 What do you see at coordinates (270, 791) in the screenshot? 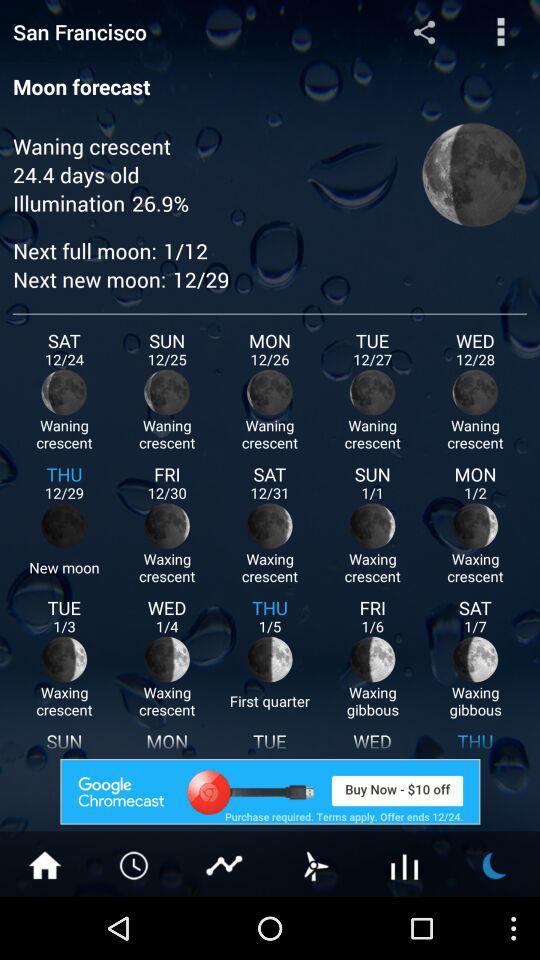
I see `the advertised site` at bounding box center [270, 791].